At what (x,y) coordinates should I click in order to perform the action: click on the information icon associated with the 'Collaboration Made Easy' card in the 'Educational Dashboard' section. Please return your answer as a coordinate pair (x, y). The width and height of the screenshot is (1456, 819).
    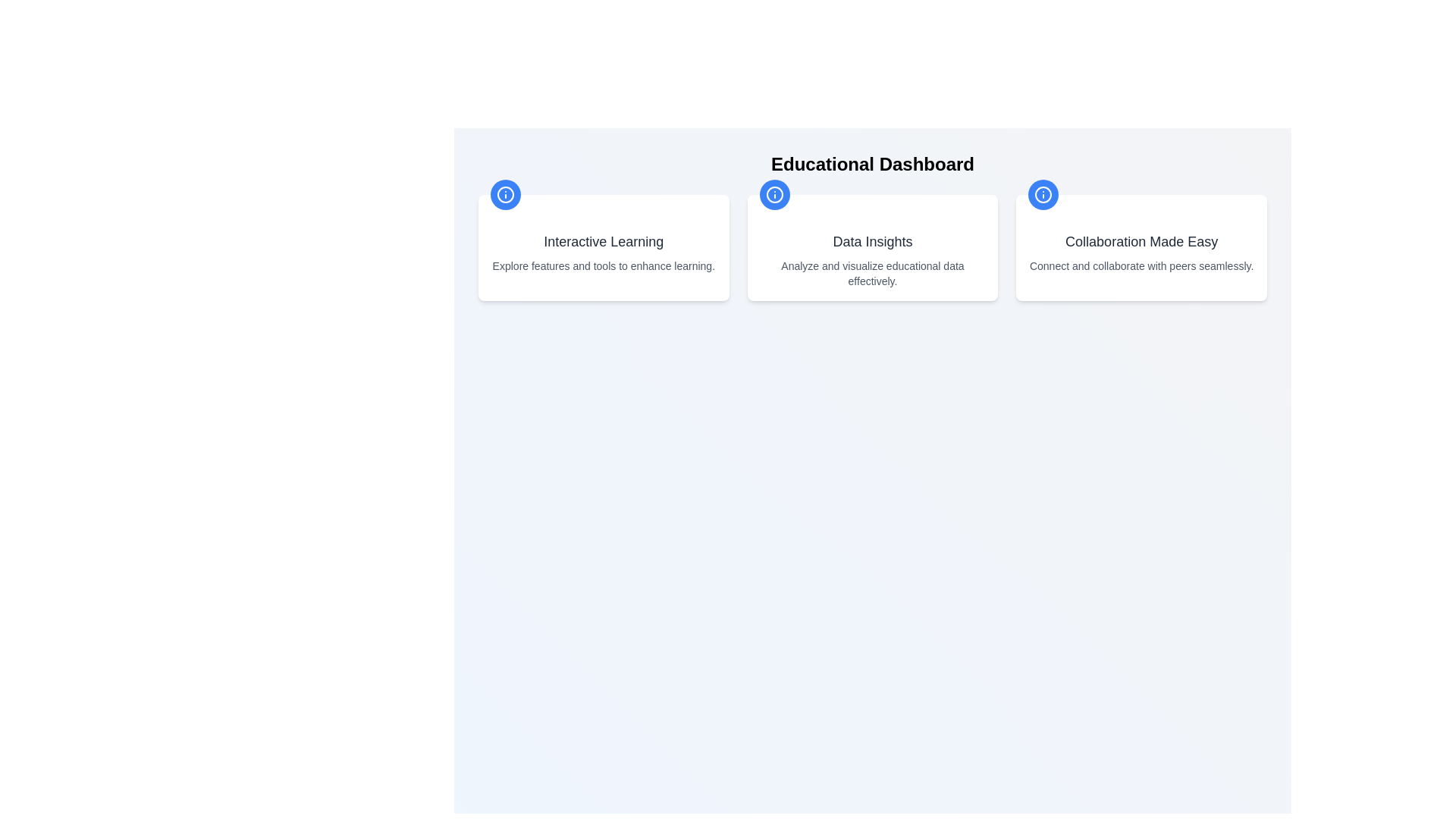
    Looking at the image, I should click on (1043, 194).